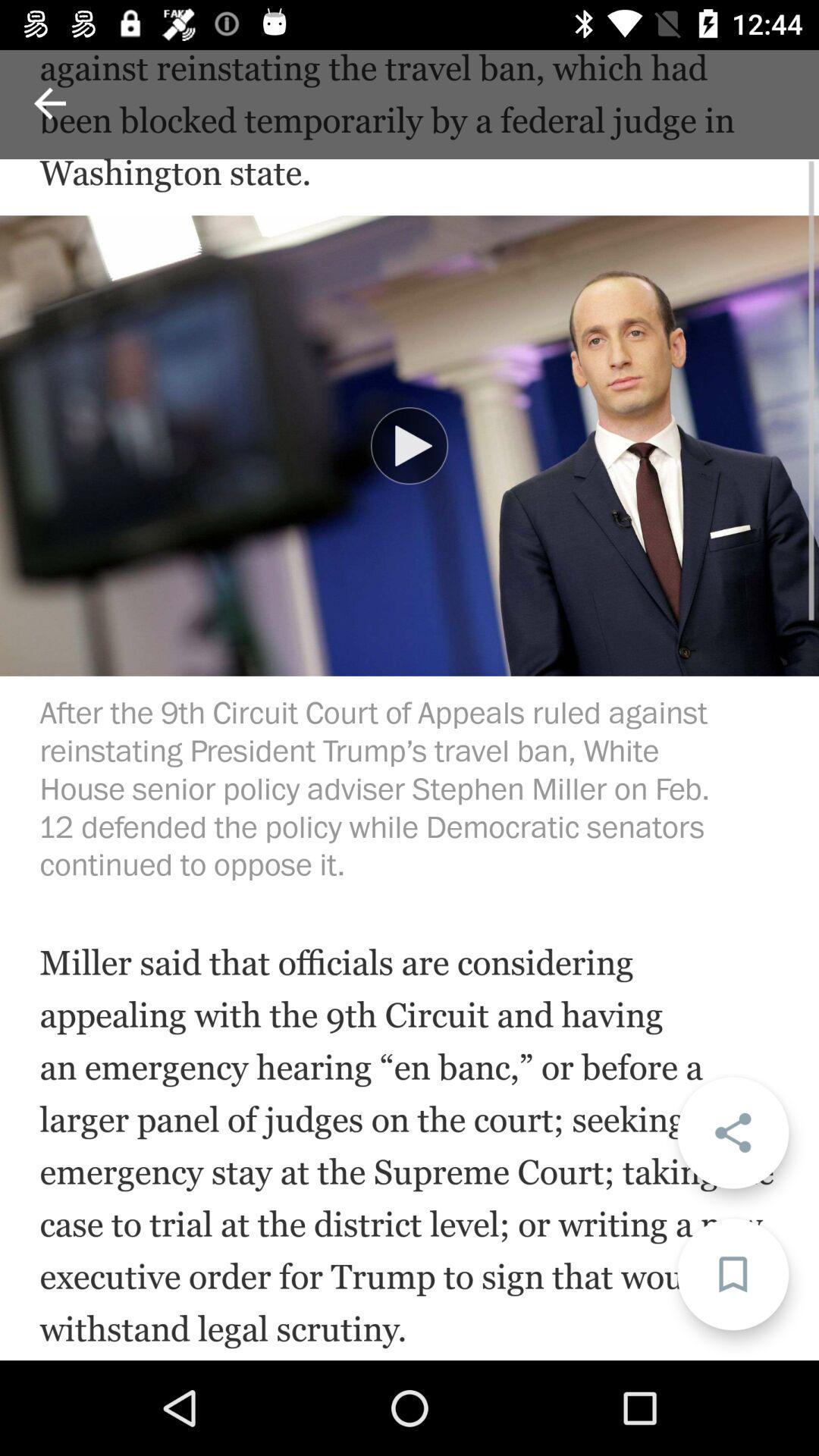  Describe the element at coordinates (732, 1274) in the screenshot. I see `the bookmark icon` at that location.